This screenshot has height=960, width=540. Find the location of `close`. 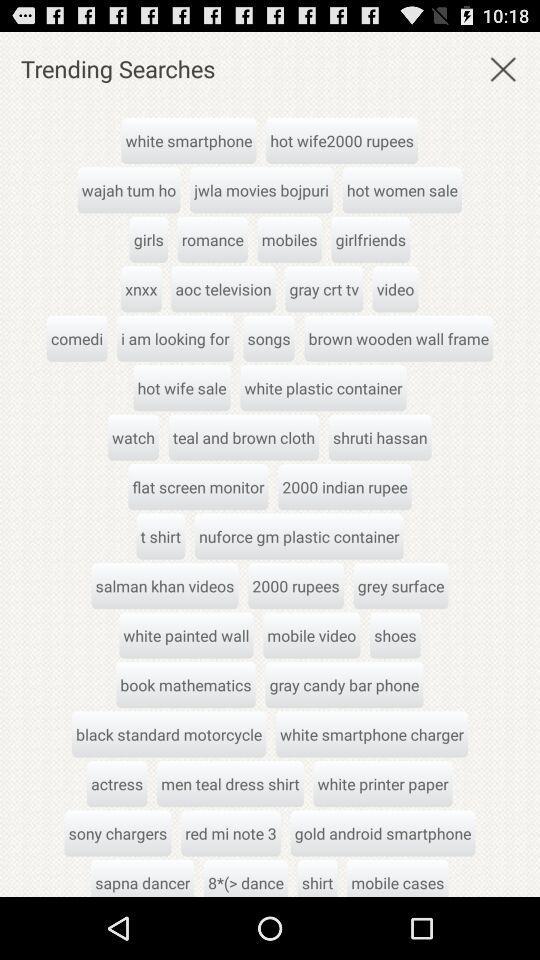

close is located at coordinates (502, 68).